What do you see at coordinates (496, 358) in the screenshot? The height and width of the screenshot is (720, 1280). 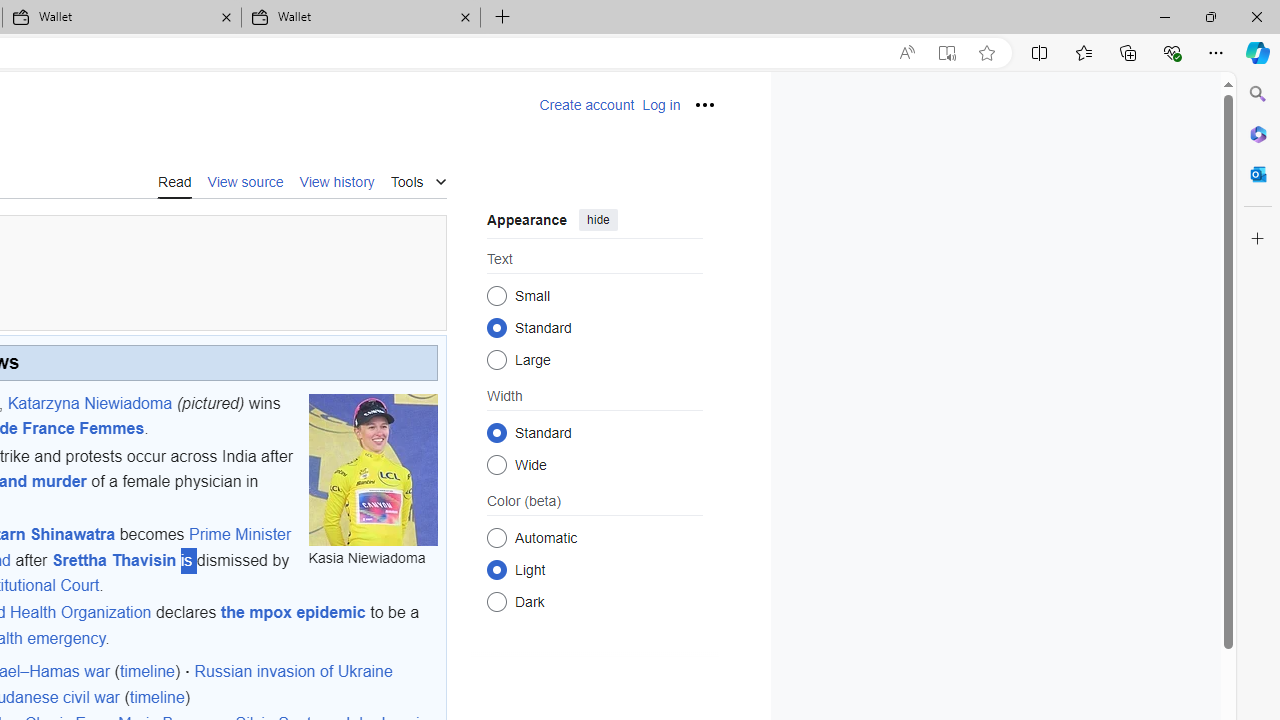 I see `'Large'` at bounding box center [496, 358].